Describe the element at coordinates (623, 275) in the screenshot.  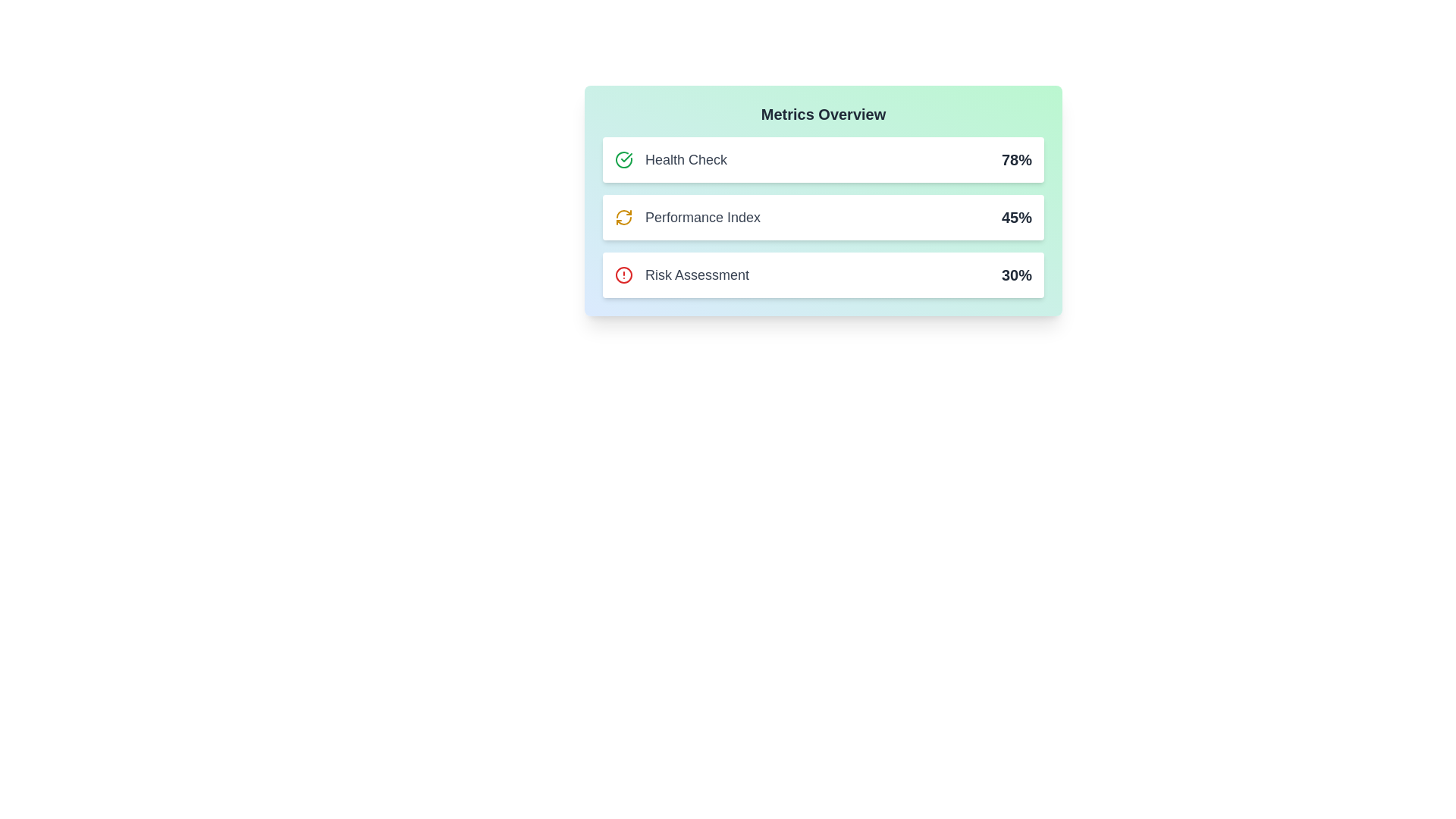
I see `the warning indicator icon associated with the 'Risk Assessment' label, which is the third icon in the vertical sequence under 'Metrics Overview'` at that location.